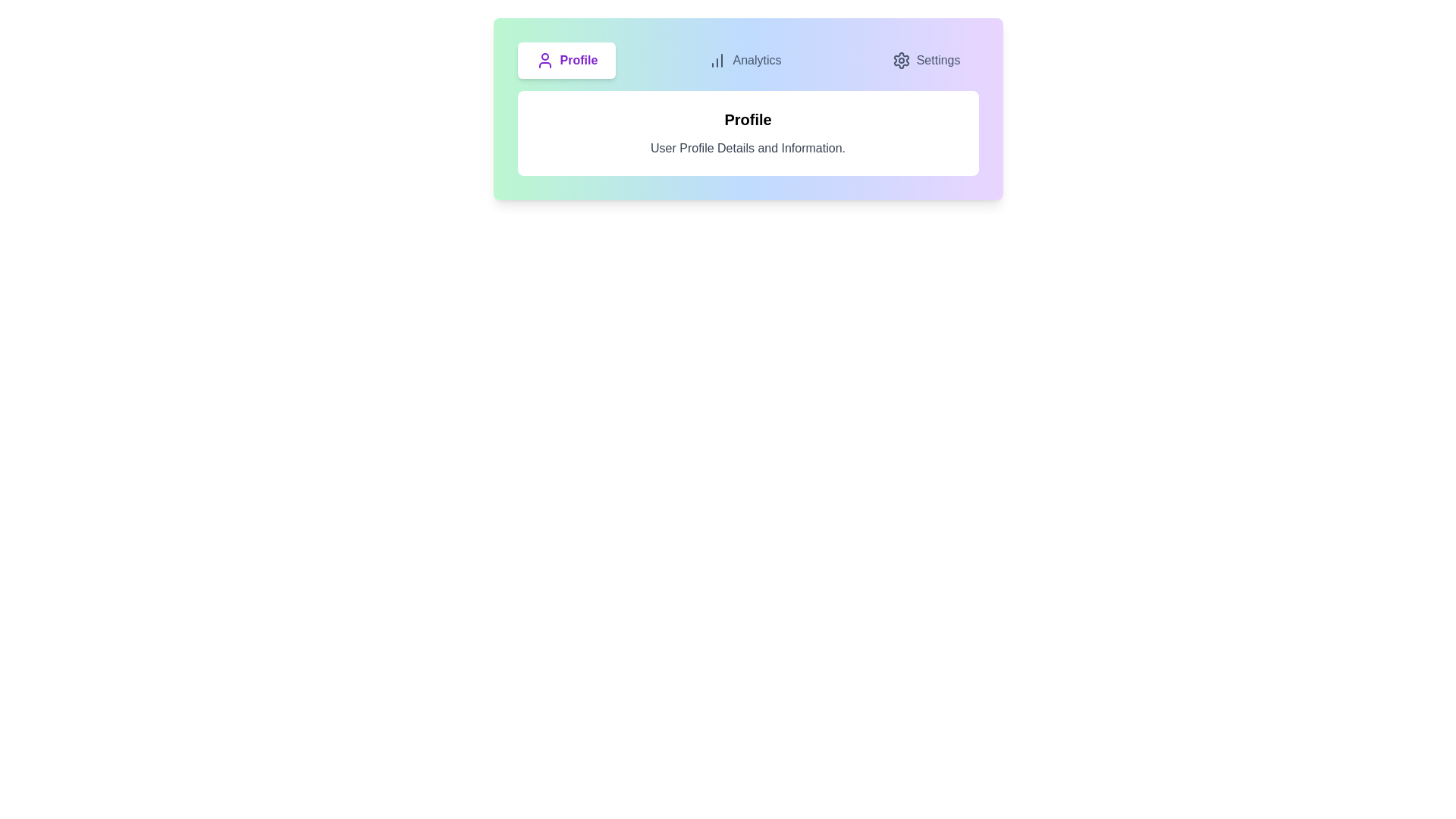 This screenshot has width=1456, height=819. I want to click on the Settings tab button to switch to the corresponding tab, so click(925, 60).